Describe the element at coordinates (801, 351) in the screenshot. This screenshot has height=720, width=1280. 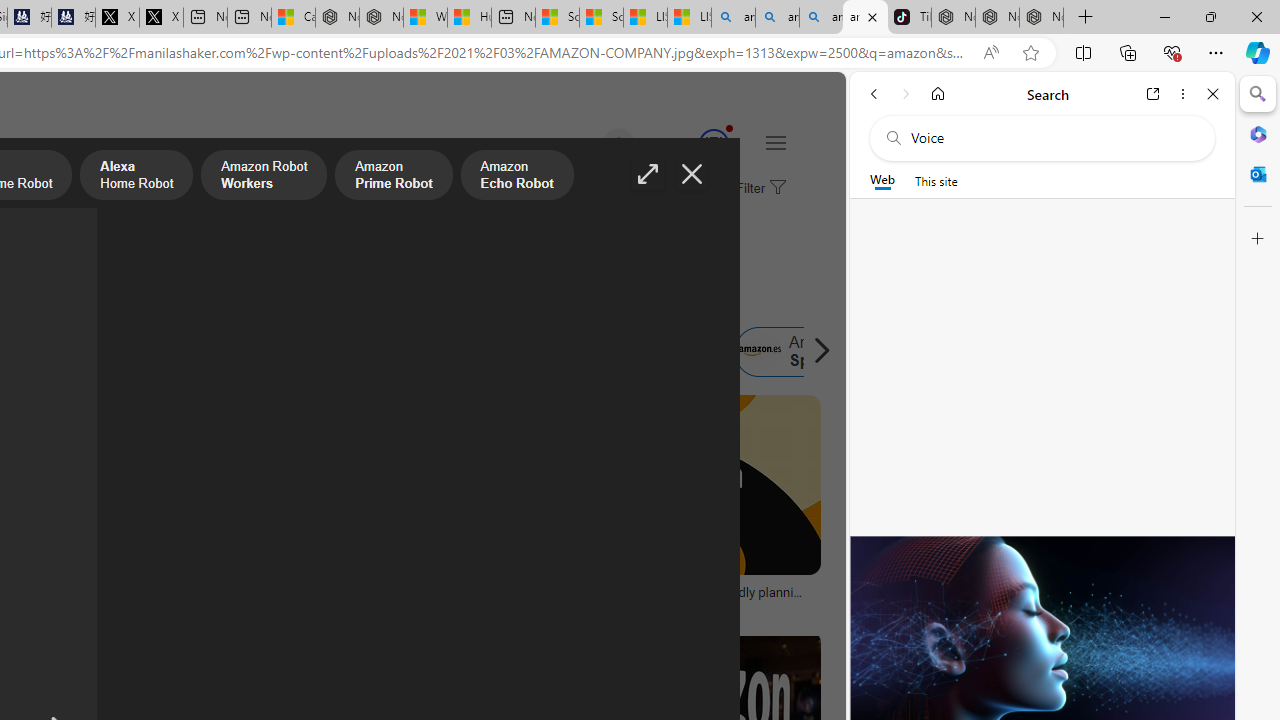
I see `'Class: item col'` at that location.